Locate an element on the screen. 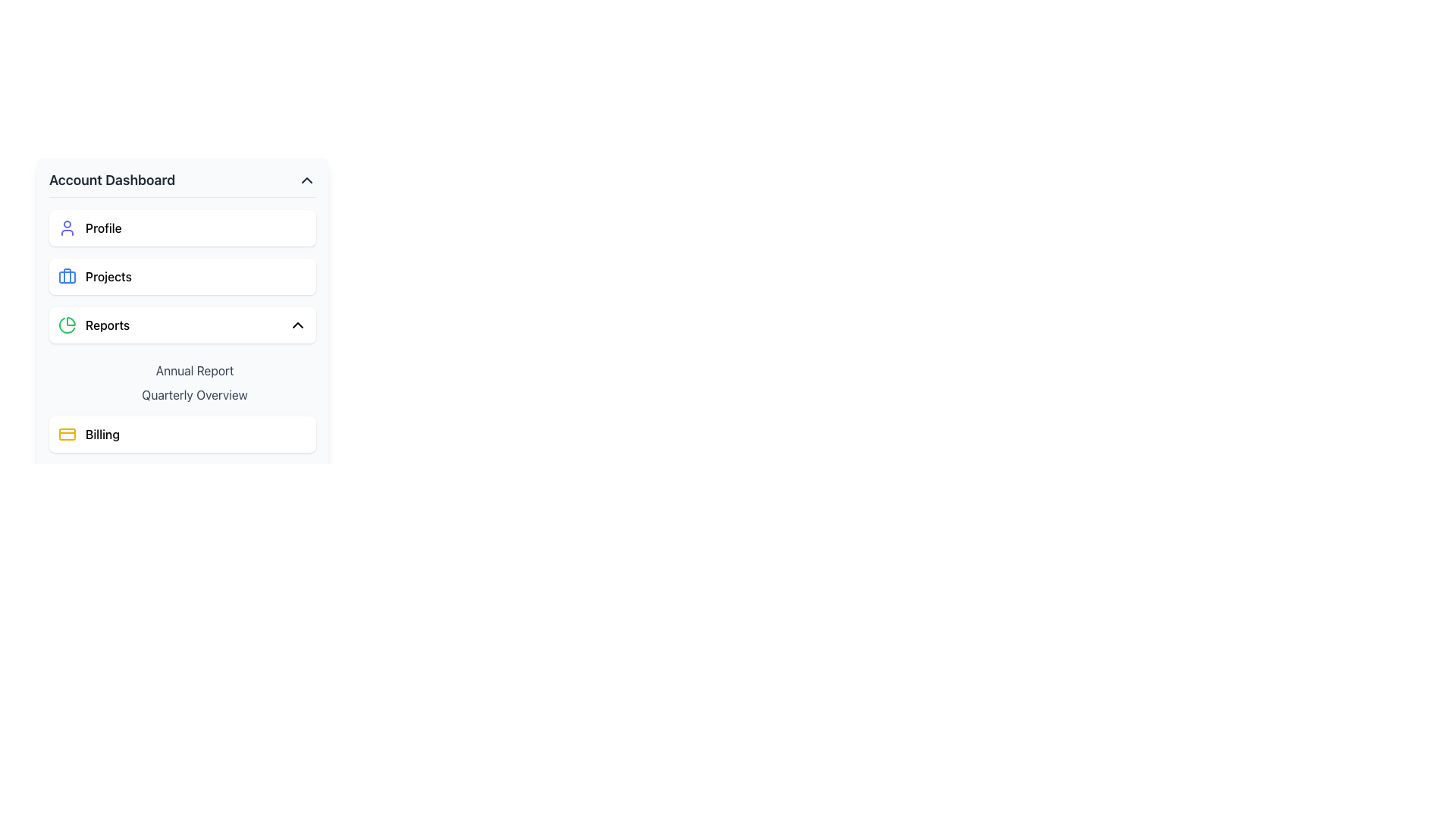  submenu entries from the collapsible menu under the 'Reports' section of the 'Account Dashboard' is located at coordinates (182, 379).